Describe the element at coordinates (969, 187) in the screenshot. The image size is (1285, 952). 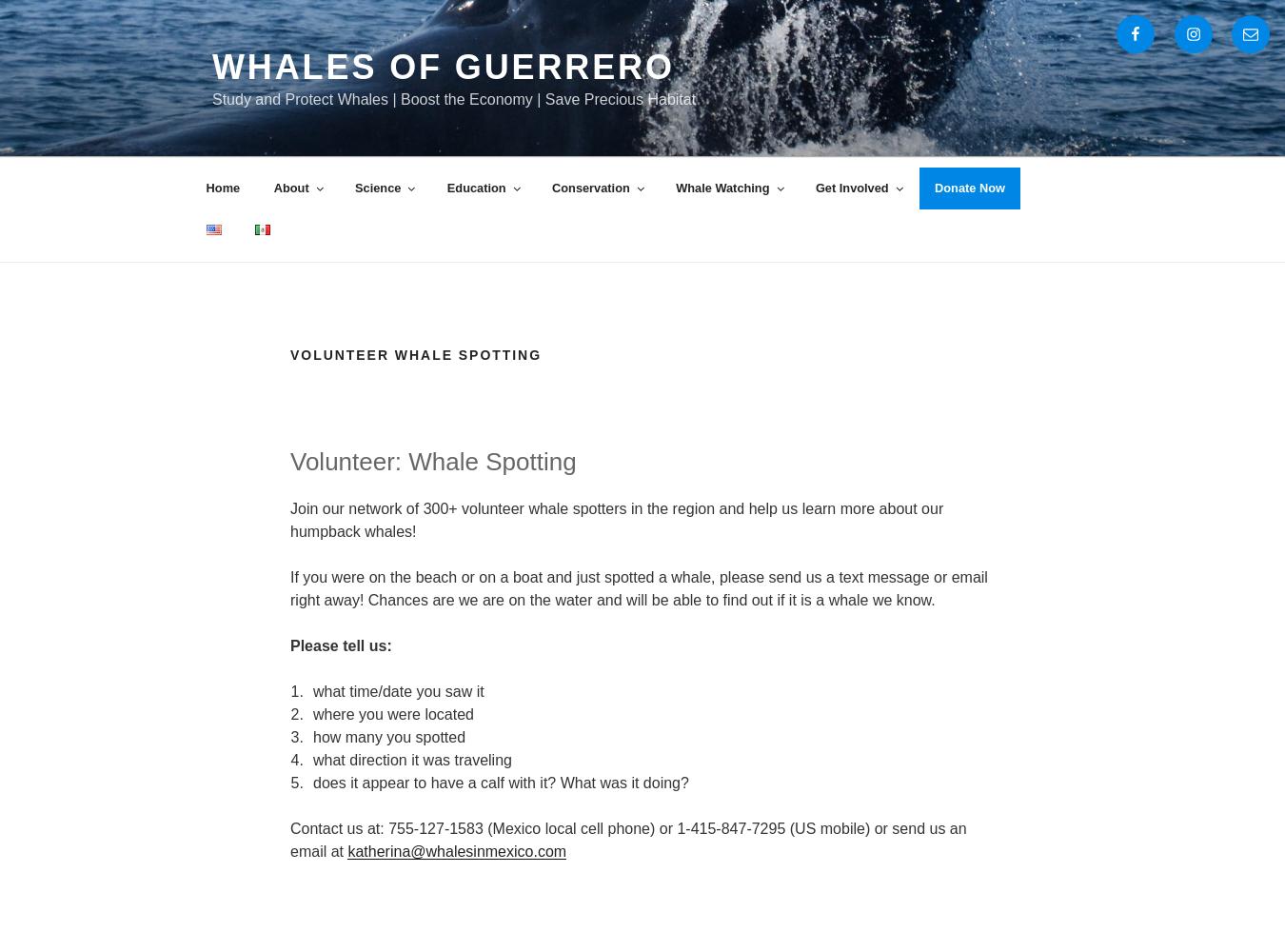
I see `'Donate Now'` at that location.